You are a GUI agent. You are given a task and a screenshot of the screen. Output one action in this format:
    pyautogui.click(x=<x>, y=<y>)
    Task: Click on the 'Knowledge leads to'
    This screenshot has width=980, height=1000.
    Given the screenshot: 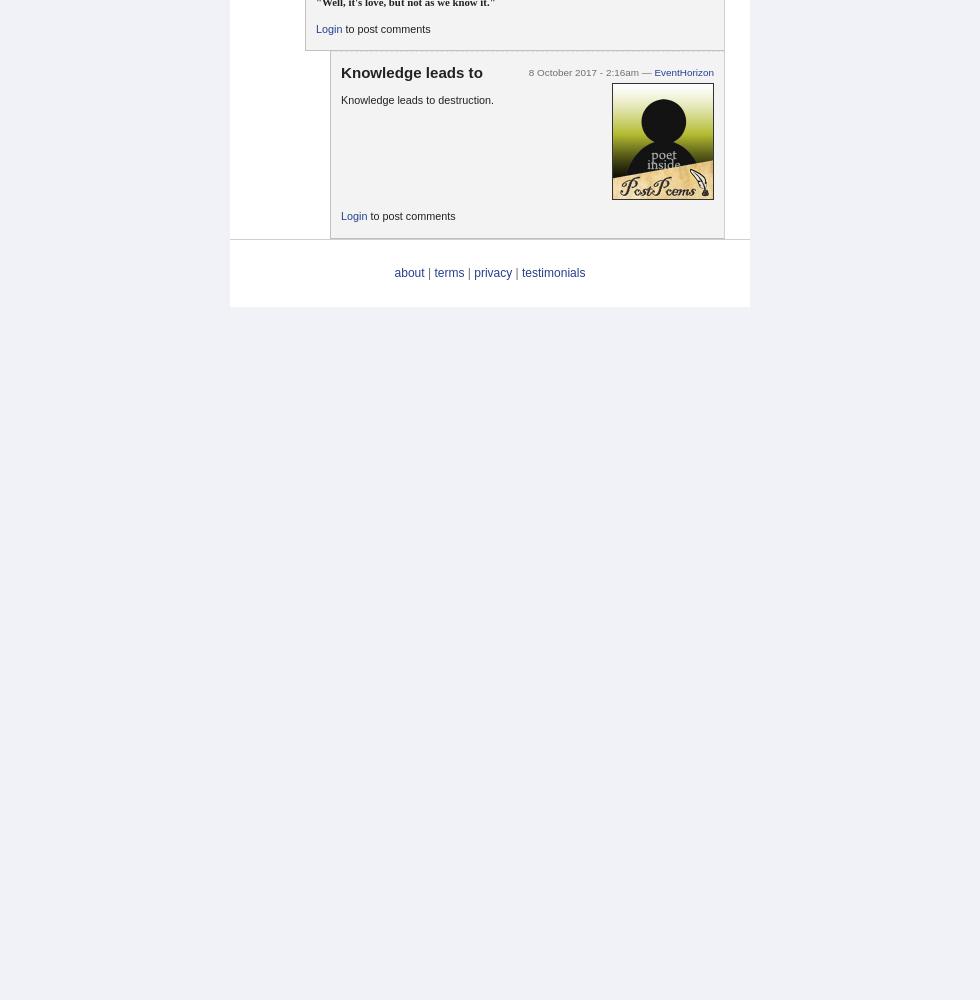 What is the action you would take?
    pyautogui.click(x=411, y=70)
    